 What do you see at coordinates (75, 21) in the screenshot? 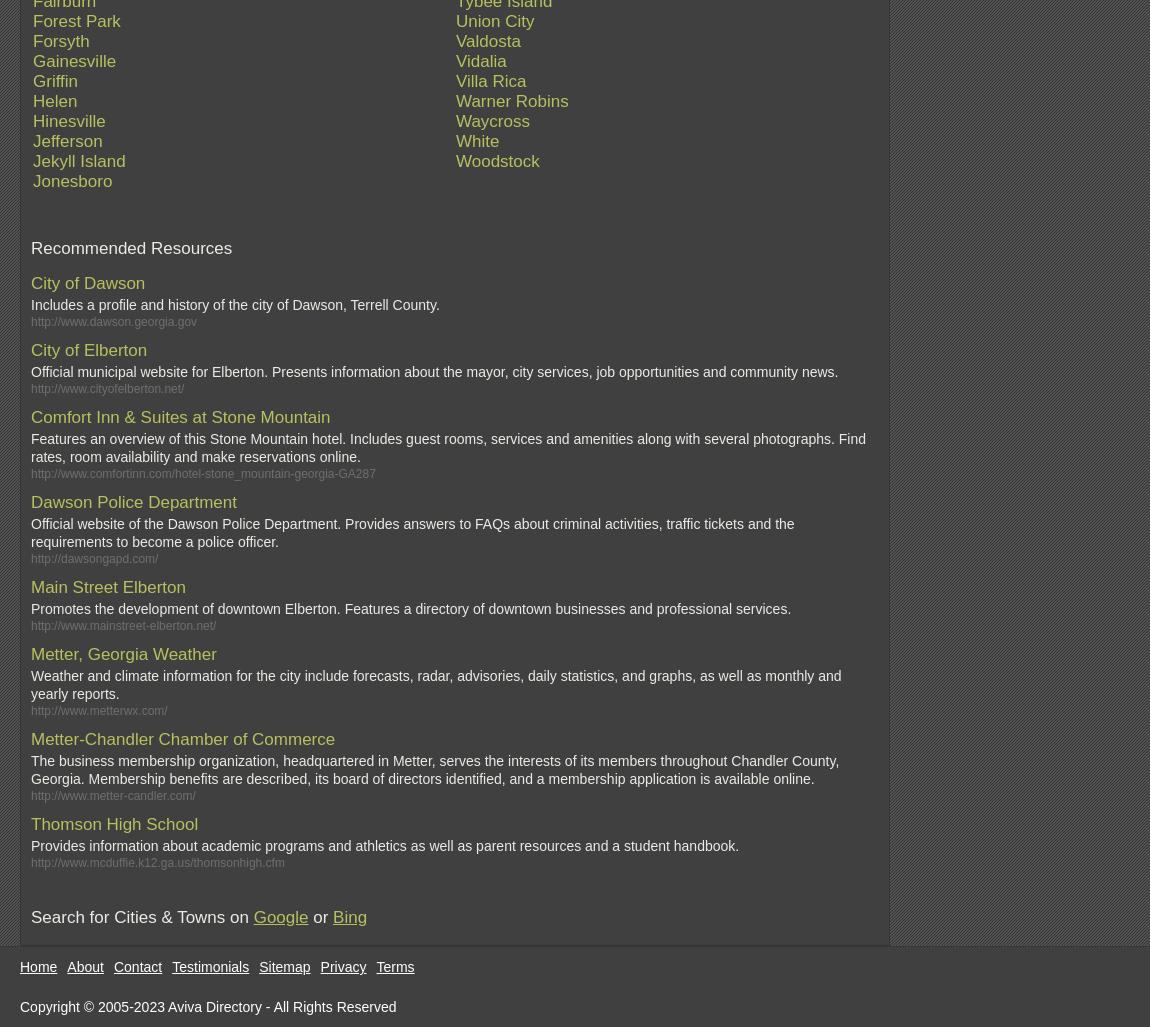
I see `'Forest Park'` at bounding box center [75, 21].